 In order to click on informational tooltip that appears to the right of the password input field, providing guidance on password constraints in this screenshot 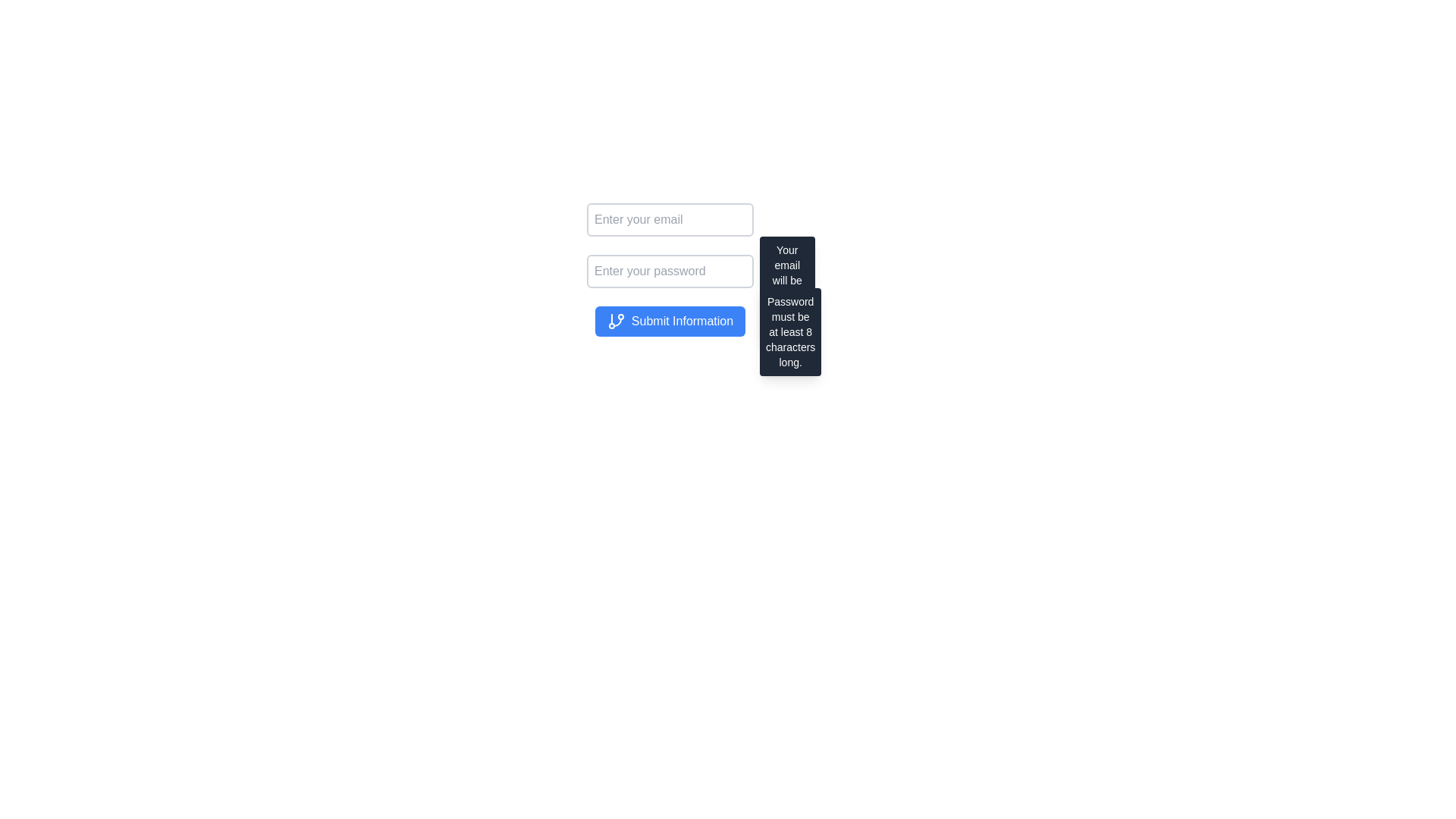, I will do `click(789, 331)`.